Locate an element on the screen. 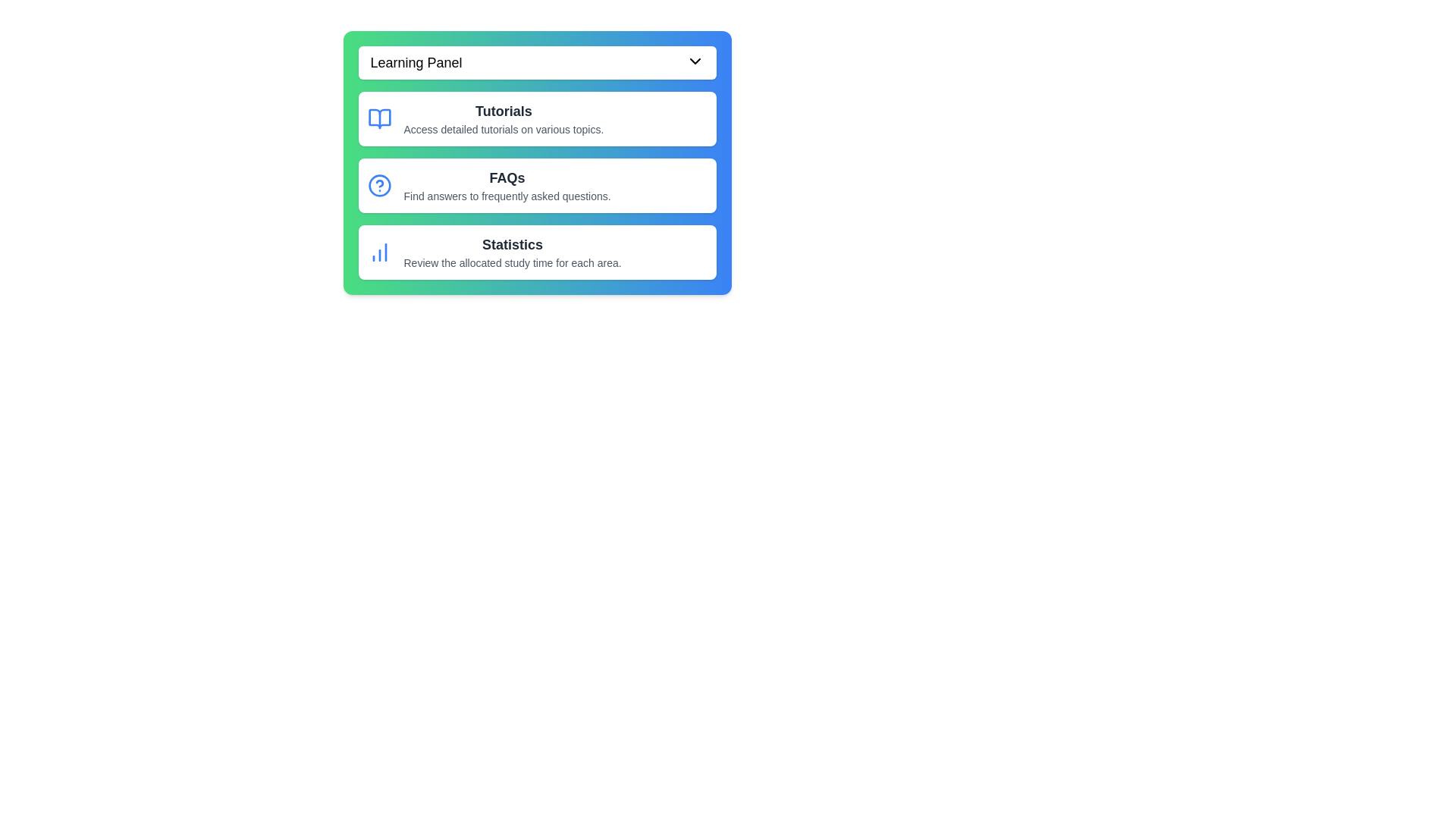 The height and width of the screenshot is (819, 1456). the main button labeled 'Learning Panel' to toggle the panel's visibility is located at coordinates (537, 62).